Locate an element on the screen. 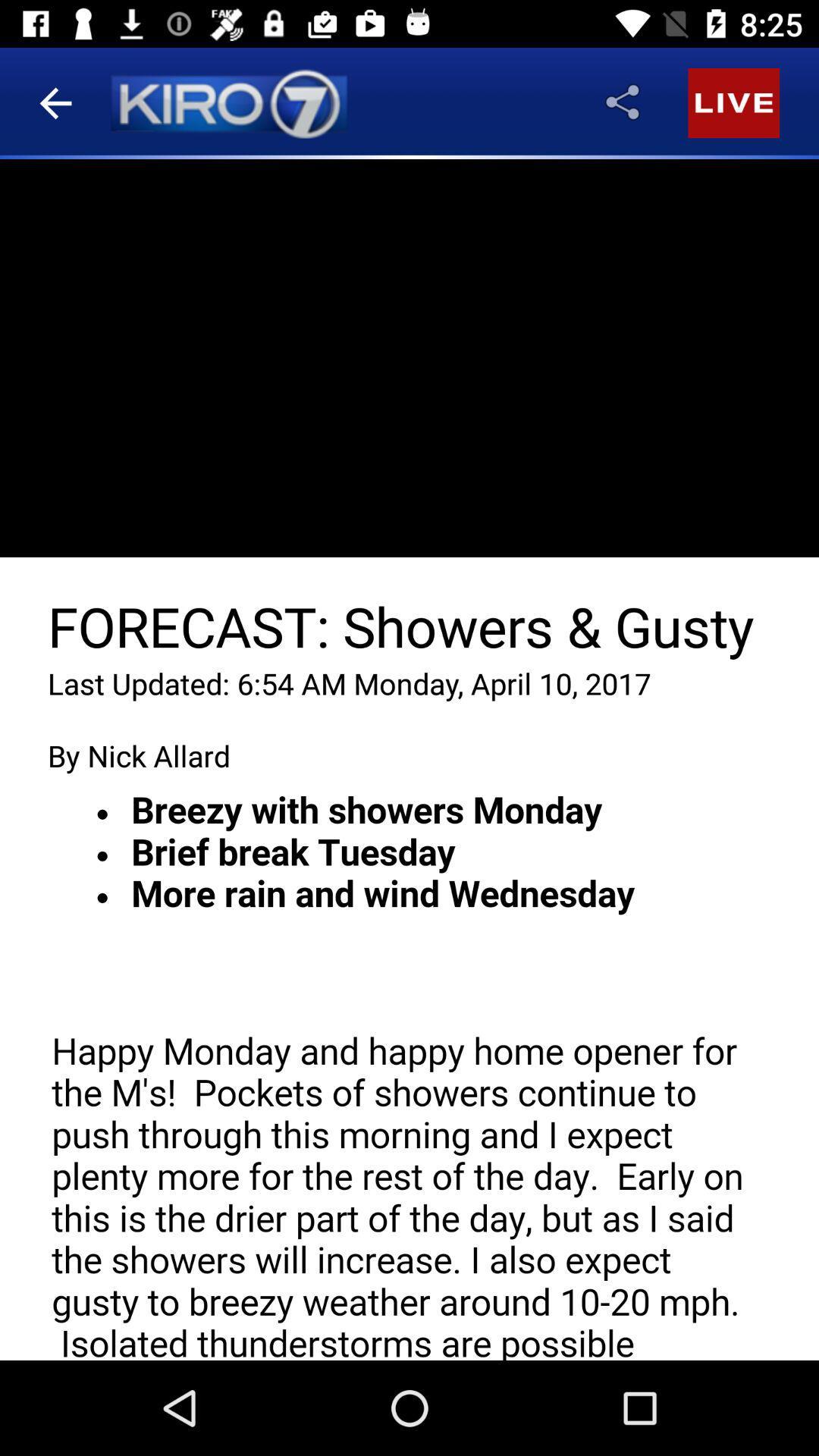  the videocam icon is located at coordinates (699, 1221).